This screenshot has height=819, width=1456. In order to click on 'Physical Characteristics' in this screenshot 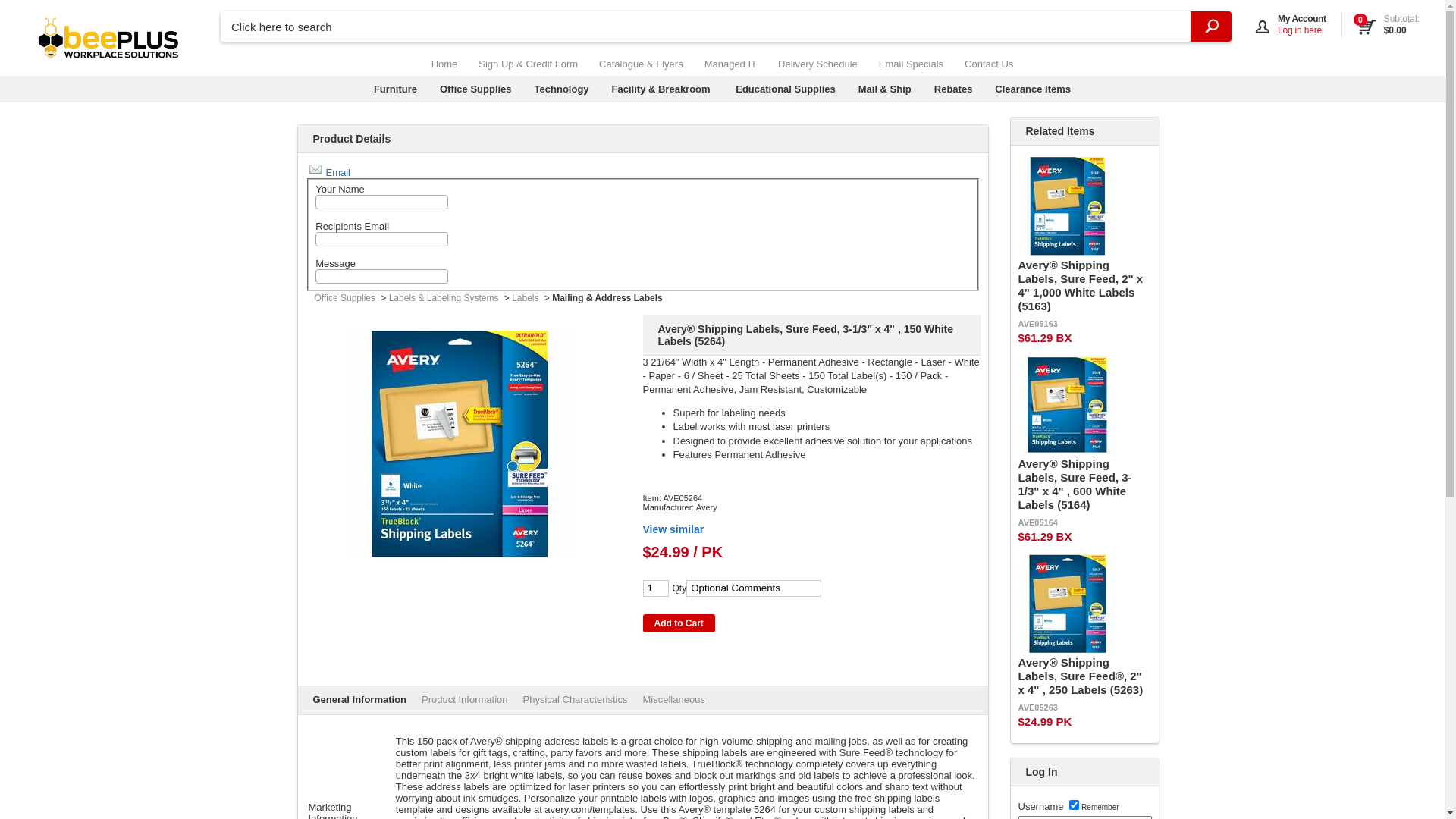, I will do `click(574, 699)`.